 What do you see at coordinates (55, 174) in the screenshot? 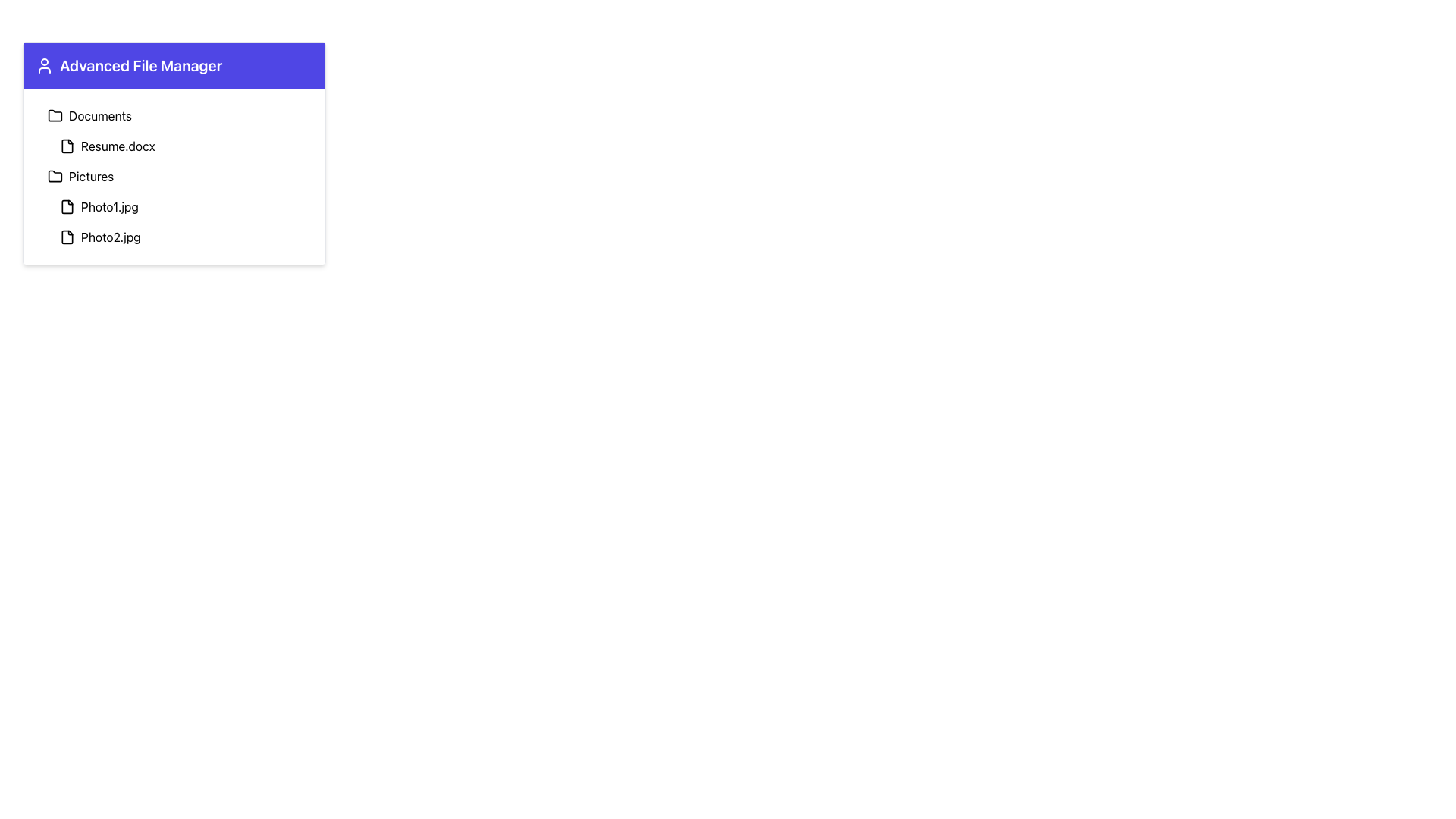
I see `the second folder icon named 'Pictures' in the 'Advanced File Manager' panel` at bounding box center [55, 174].